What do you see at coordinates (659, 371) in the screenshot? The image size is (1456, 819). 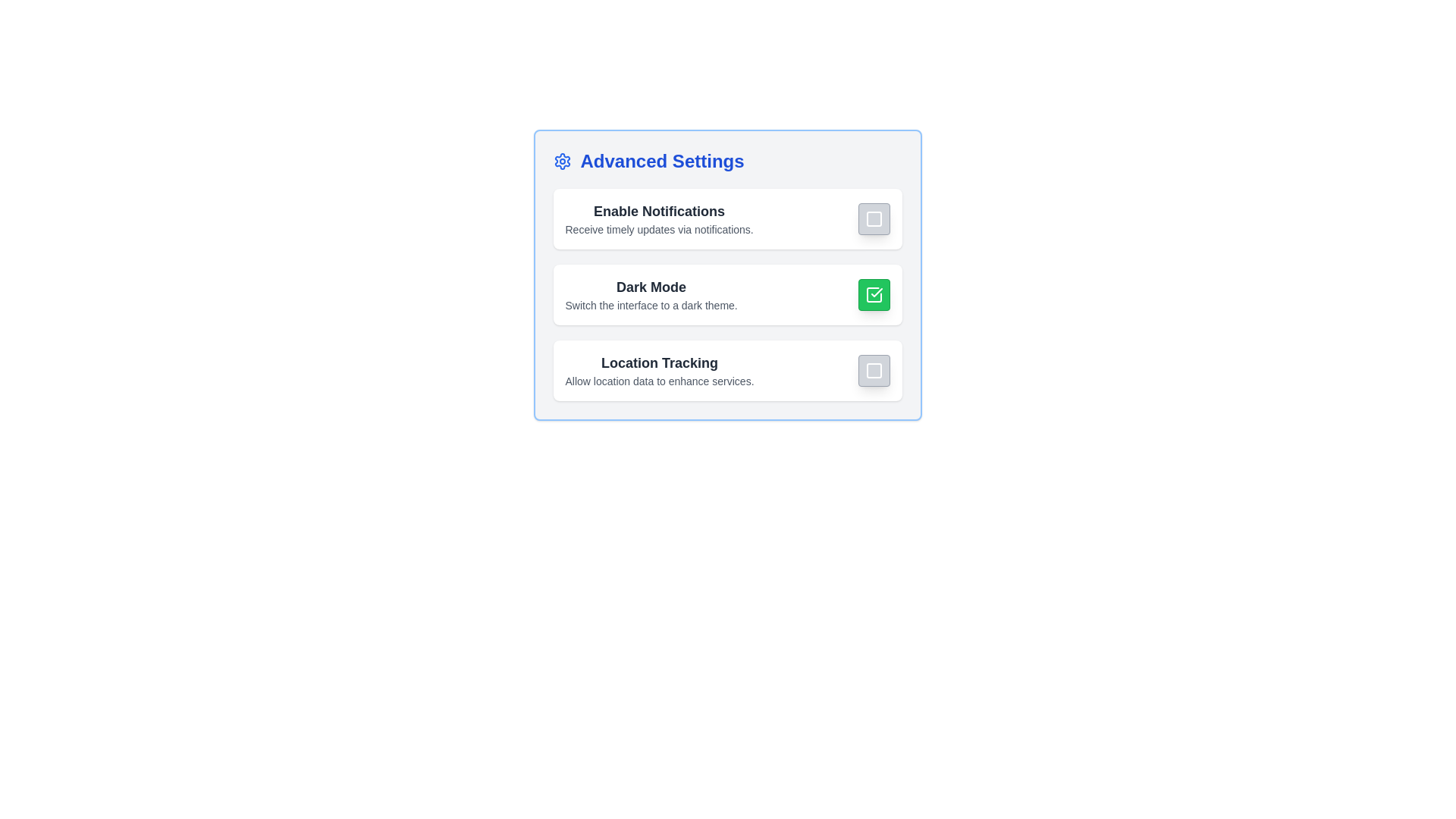 I see `title and description of the Text block related to location tracking, which is located in the third row of the settings list, below 'Dark Mode' and above a checkbox` at bounding box center [659, 371].